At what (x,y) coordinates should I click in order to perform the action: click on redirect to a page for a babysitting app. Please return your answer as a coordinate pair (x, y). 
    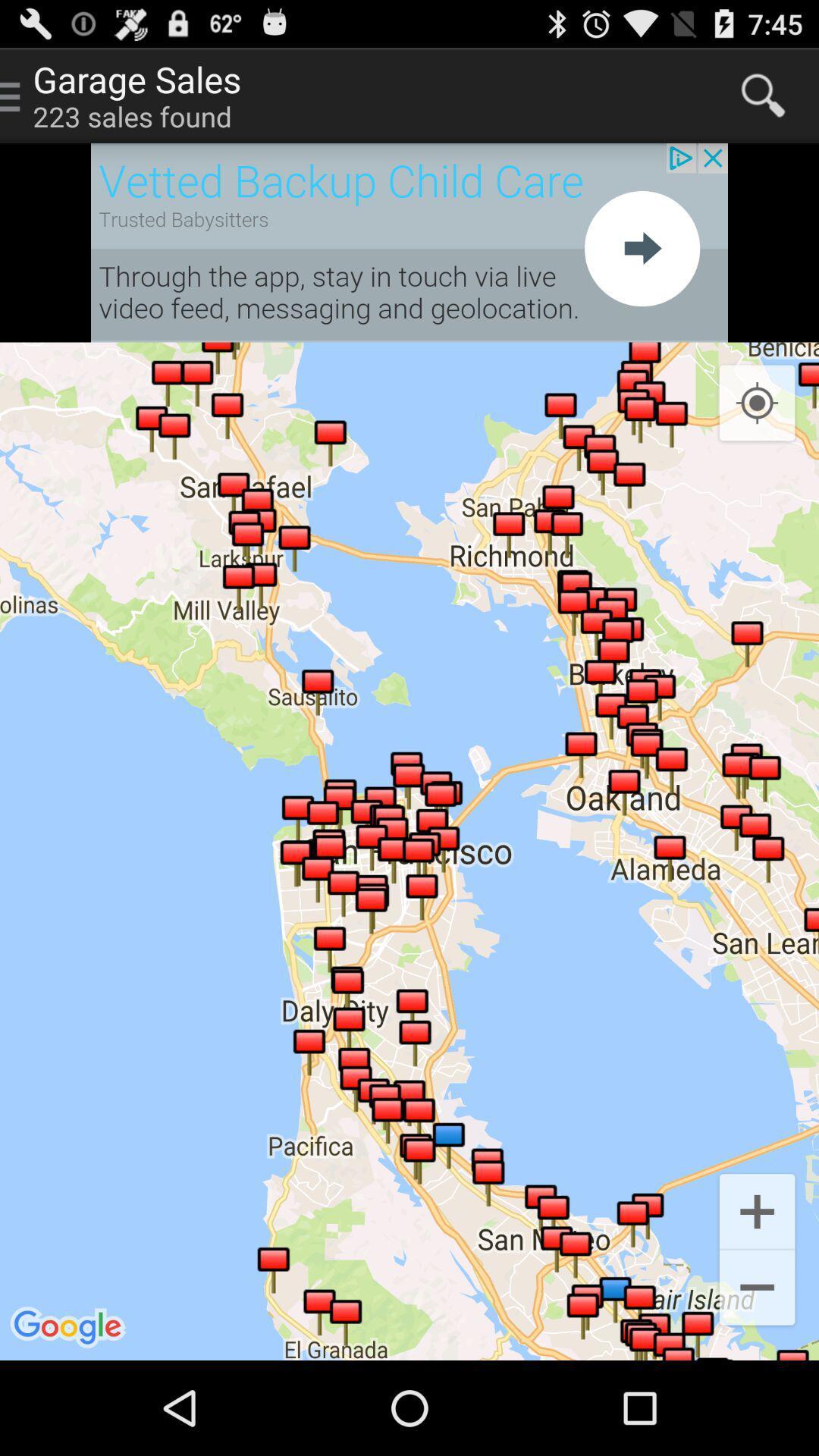
    Looking at the image, I should click on (409, 243).